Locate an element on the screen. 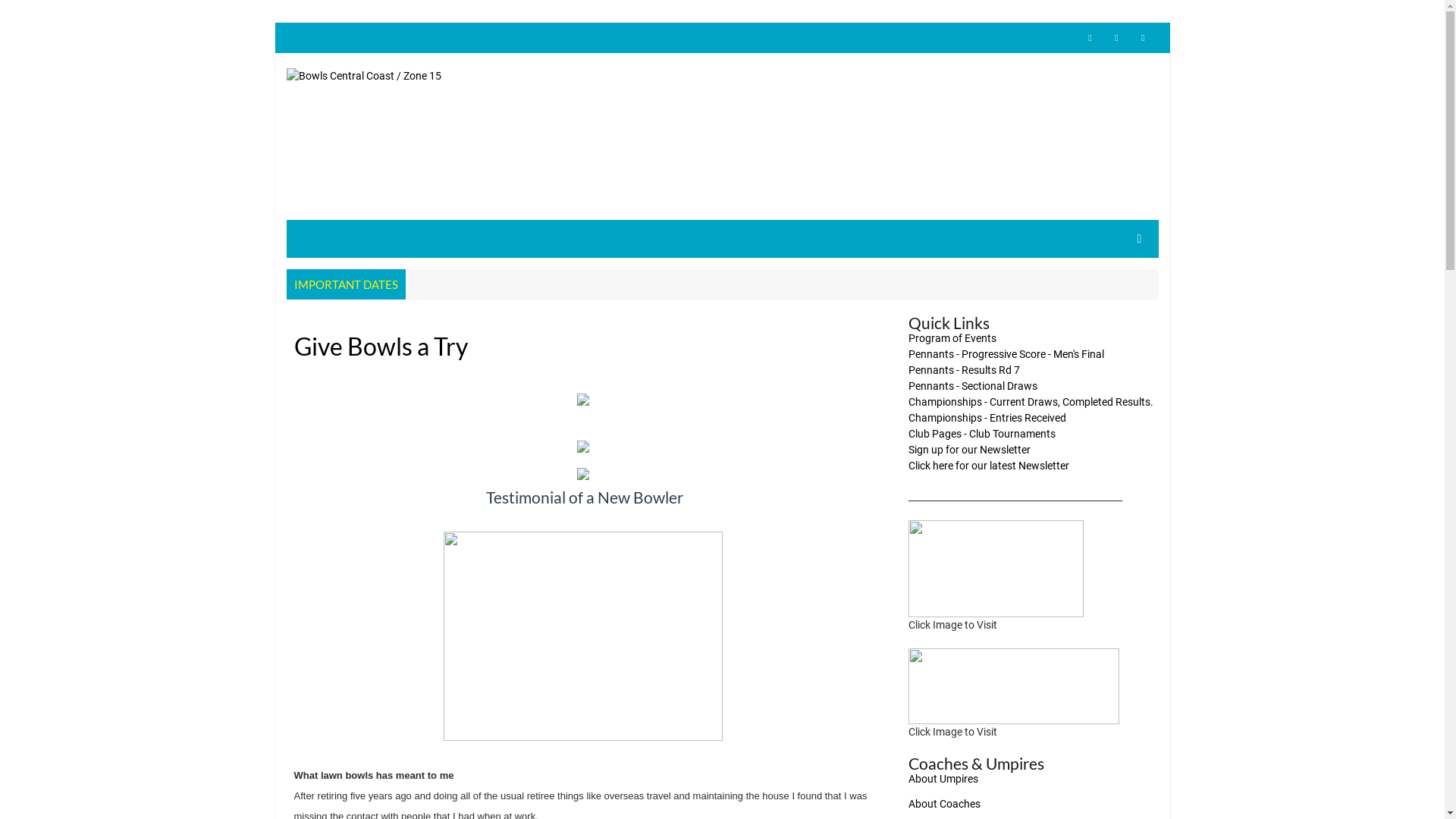  'About Coaches' is located at coordinates (943, 803).